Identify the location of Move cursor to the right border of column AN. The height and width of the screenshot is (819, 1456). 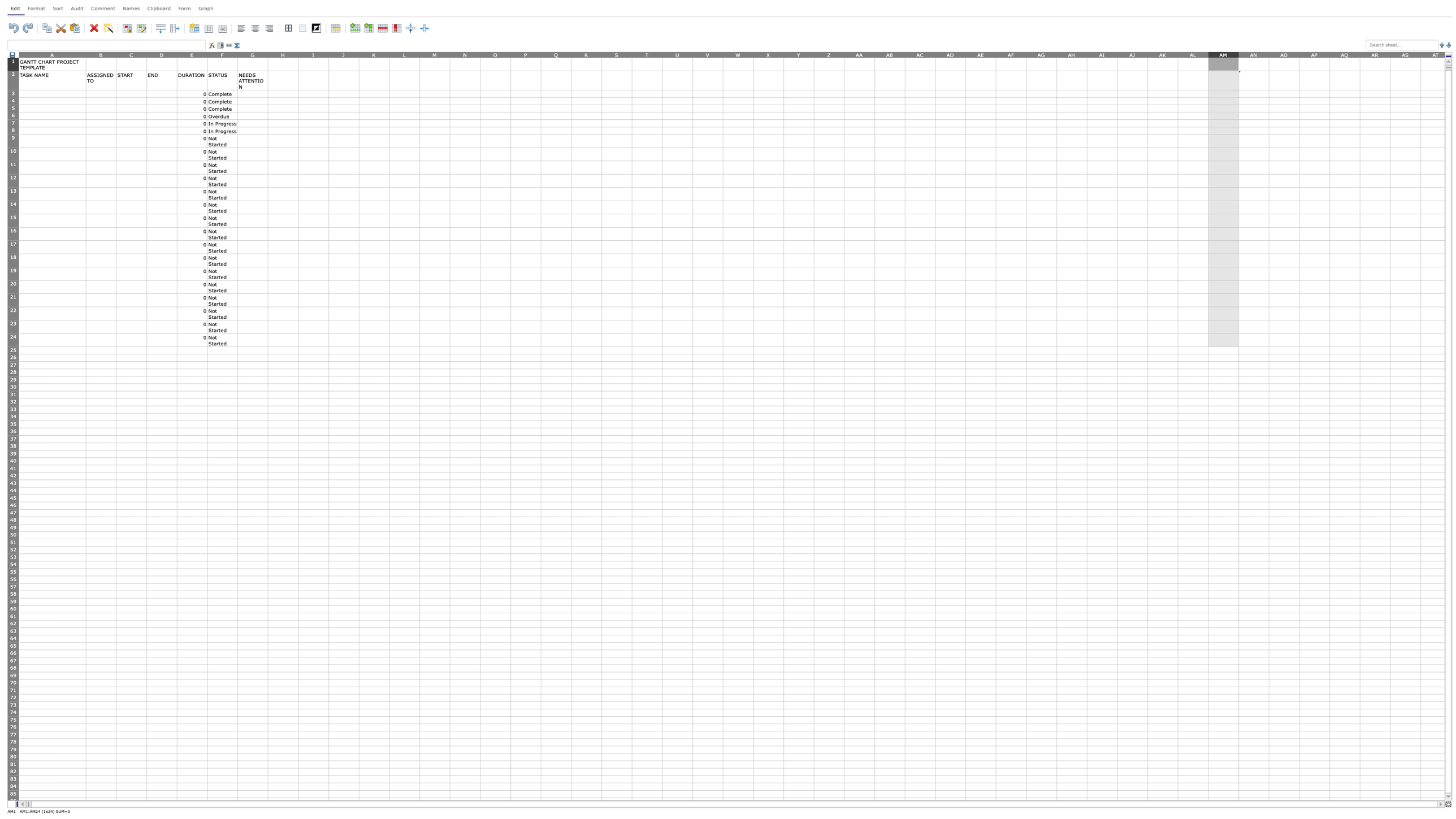
(1268, 54).